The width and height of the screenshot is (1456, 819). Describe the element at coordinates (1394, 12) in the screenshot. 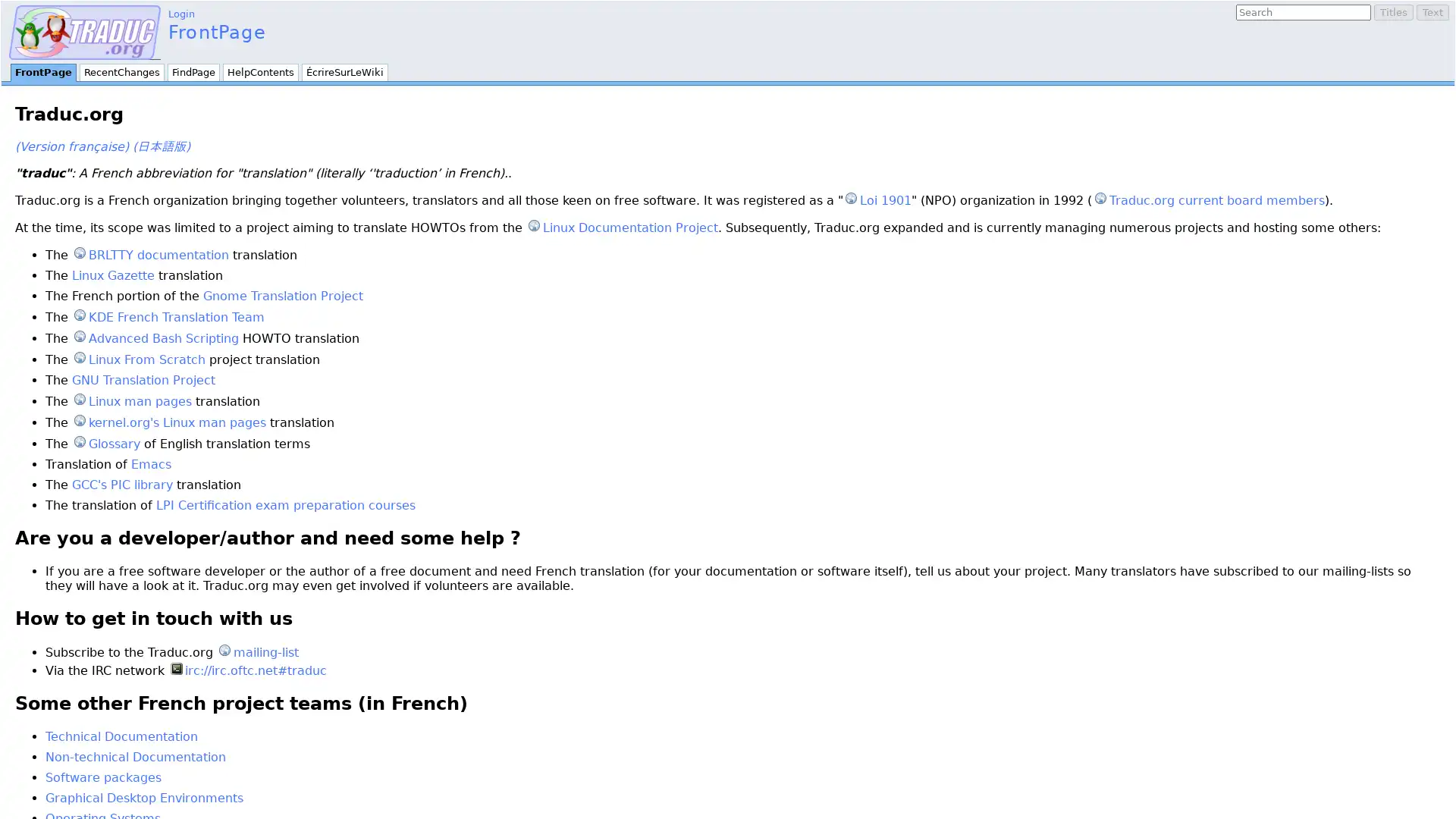

I see `Titles` at that location.